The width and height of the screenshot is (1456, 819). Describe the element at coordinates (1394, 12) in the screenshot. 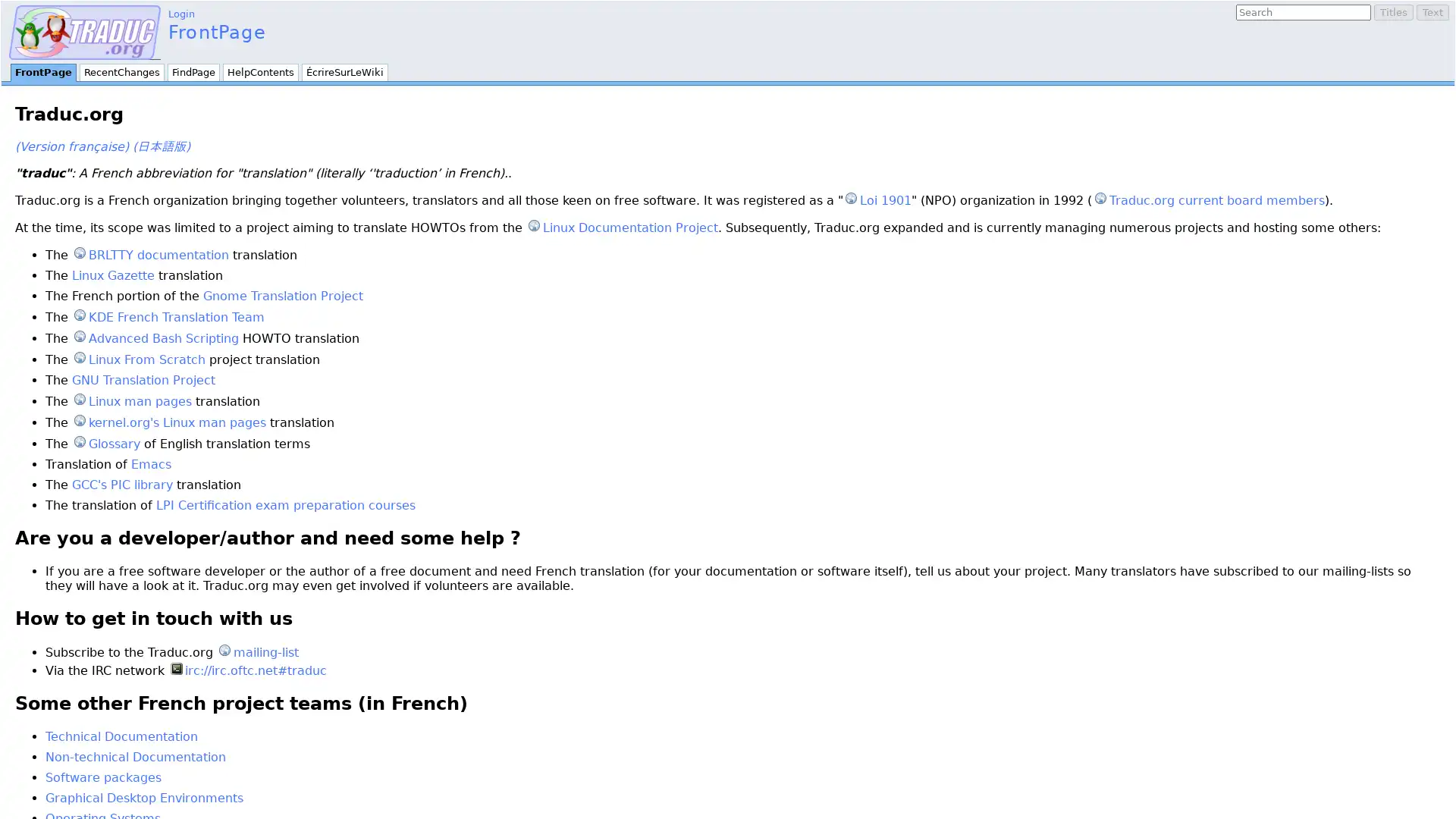

I see `Titles` at that location.